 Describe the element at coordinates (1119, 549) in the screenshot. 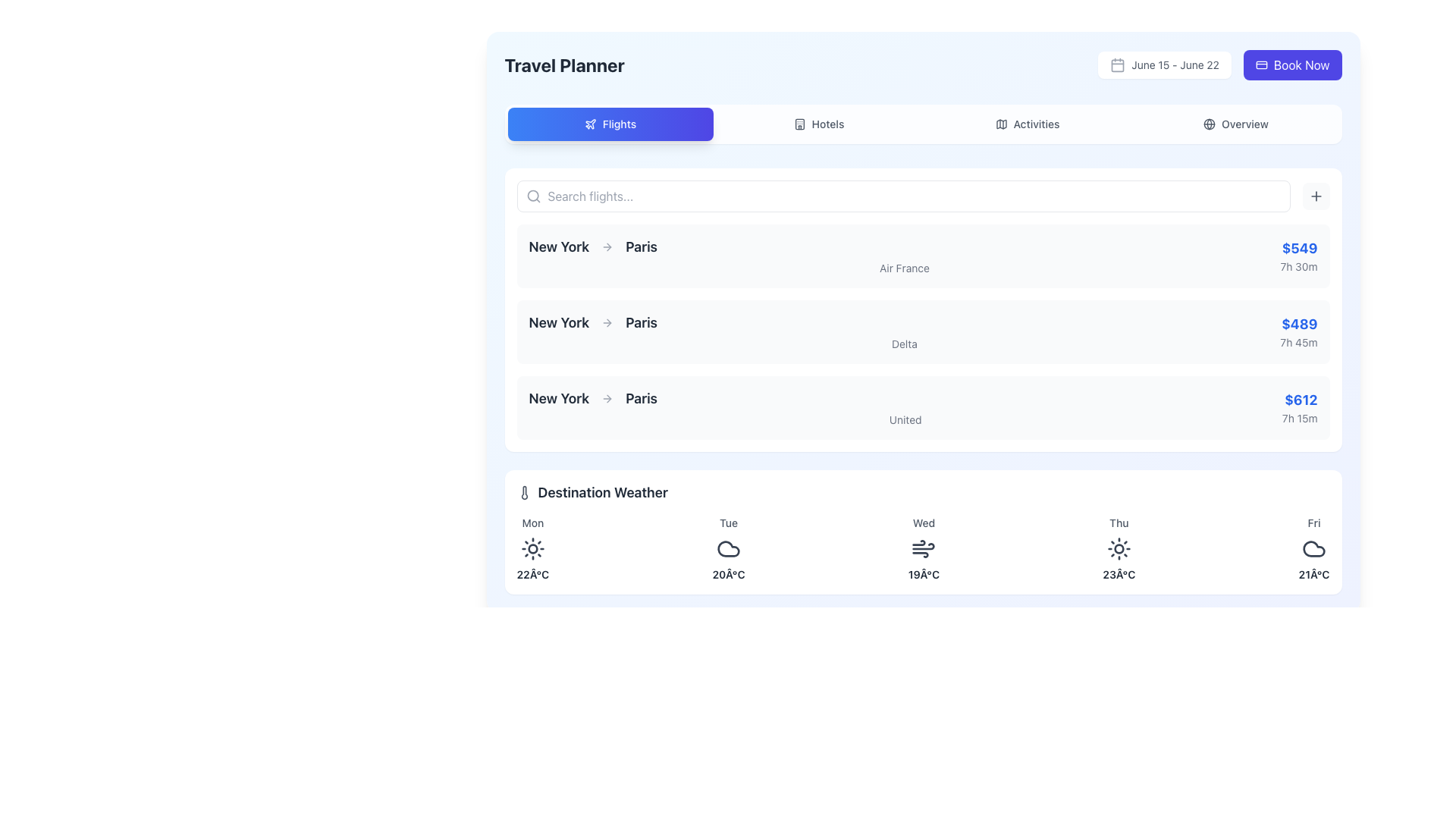

I see `the Weather Forecast Display that features a sun icon with the text 'Thu' above and '23°C' below, located in the bottom horizontal weather forecast row` at that location.